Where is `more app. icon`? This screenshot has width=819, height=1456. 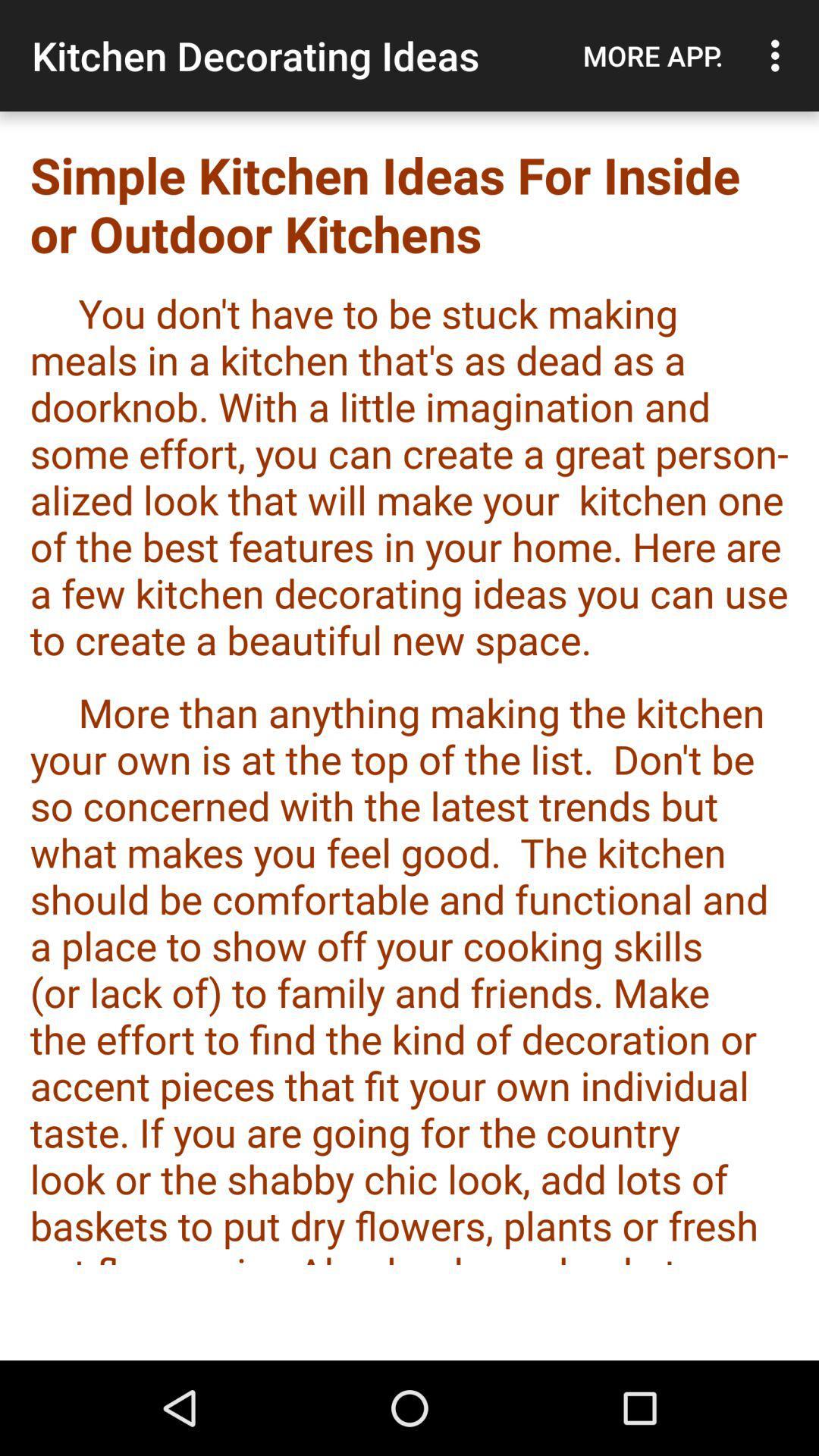
more app. icon is located at coordinates (652, 55).